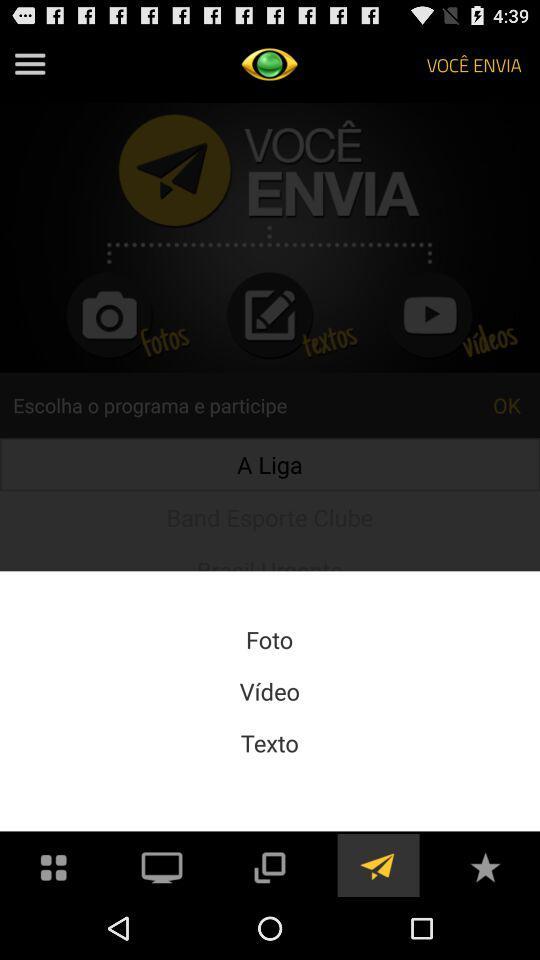  What do you see at coordinates (29, 64) in the screenshot?
I see `the menu icon in the top` at bounding box center [29, 64].